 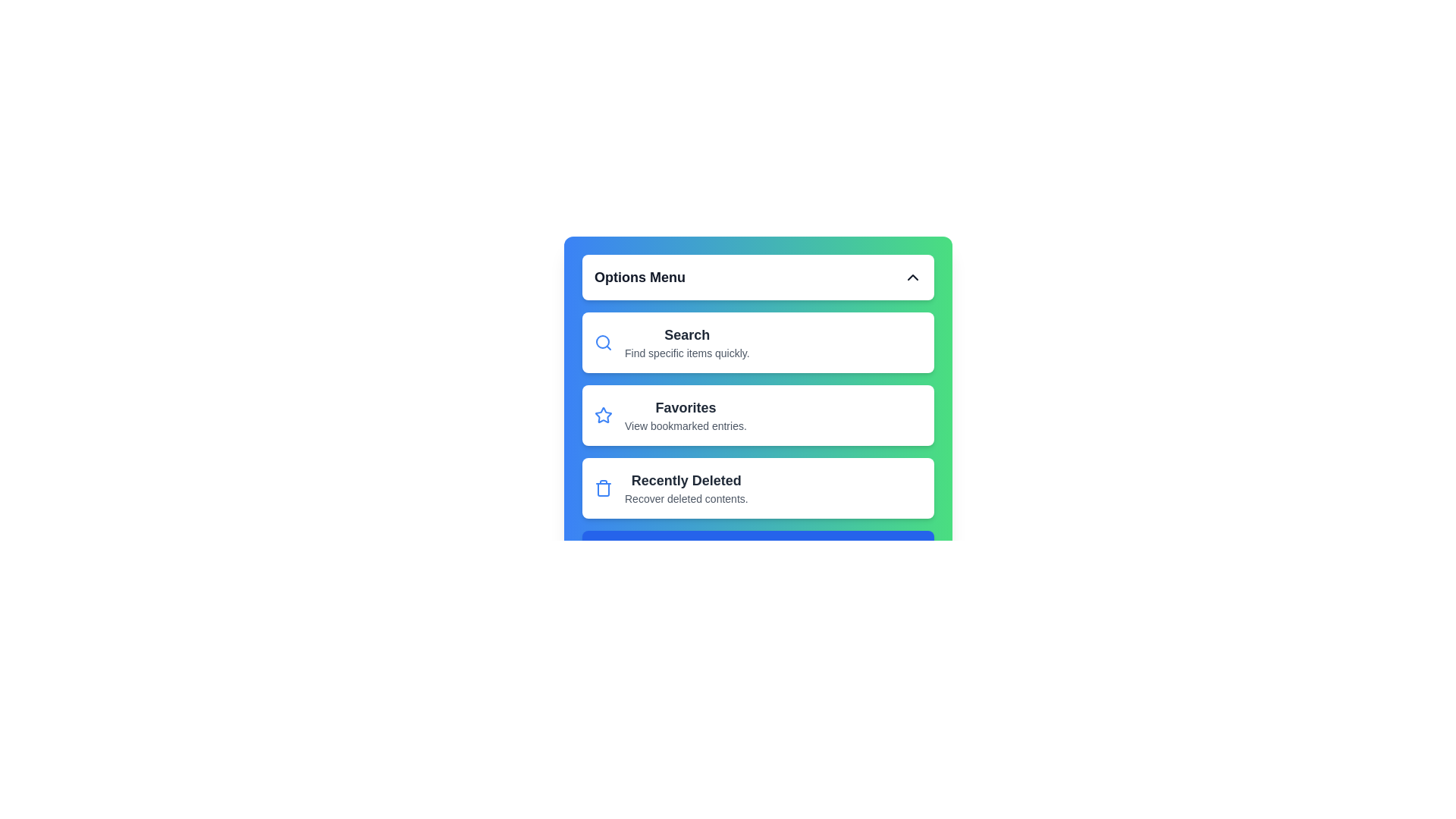 I want to click on the star-shaped icon with a blue outline located to the left of the 'Favorites' title in the options menu, so click(x=603, y=415).